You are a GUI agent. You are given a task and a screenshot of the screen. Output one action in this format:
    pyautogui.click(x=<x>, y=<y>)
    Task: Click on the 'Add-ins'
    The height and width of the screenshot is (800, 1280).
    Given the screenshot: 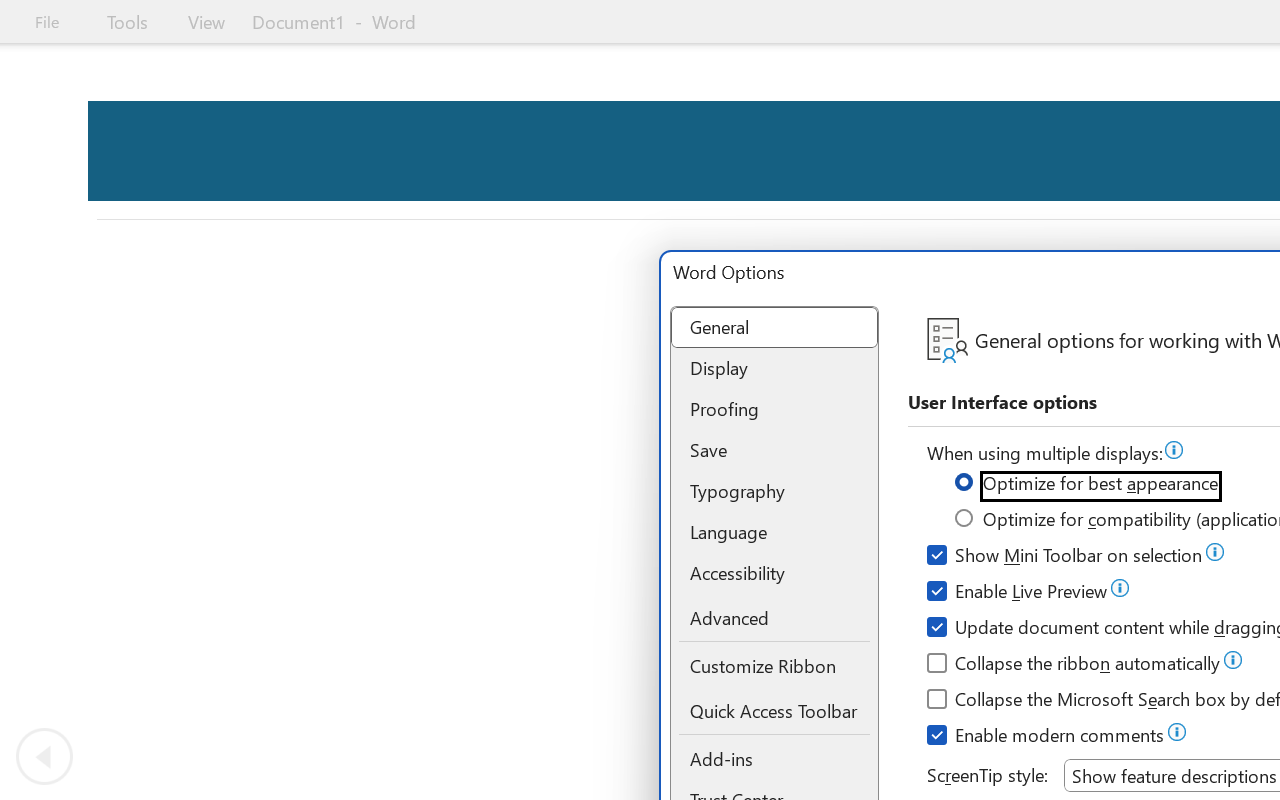 What is the action you would take?
    pyautogui.click(x=773, y=759)
    